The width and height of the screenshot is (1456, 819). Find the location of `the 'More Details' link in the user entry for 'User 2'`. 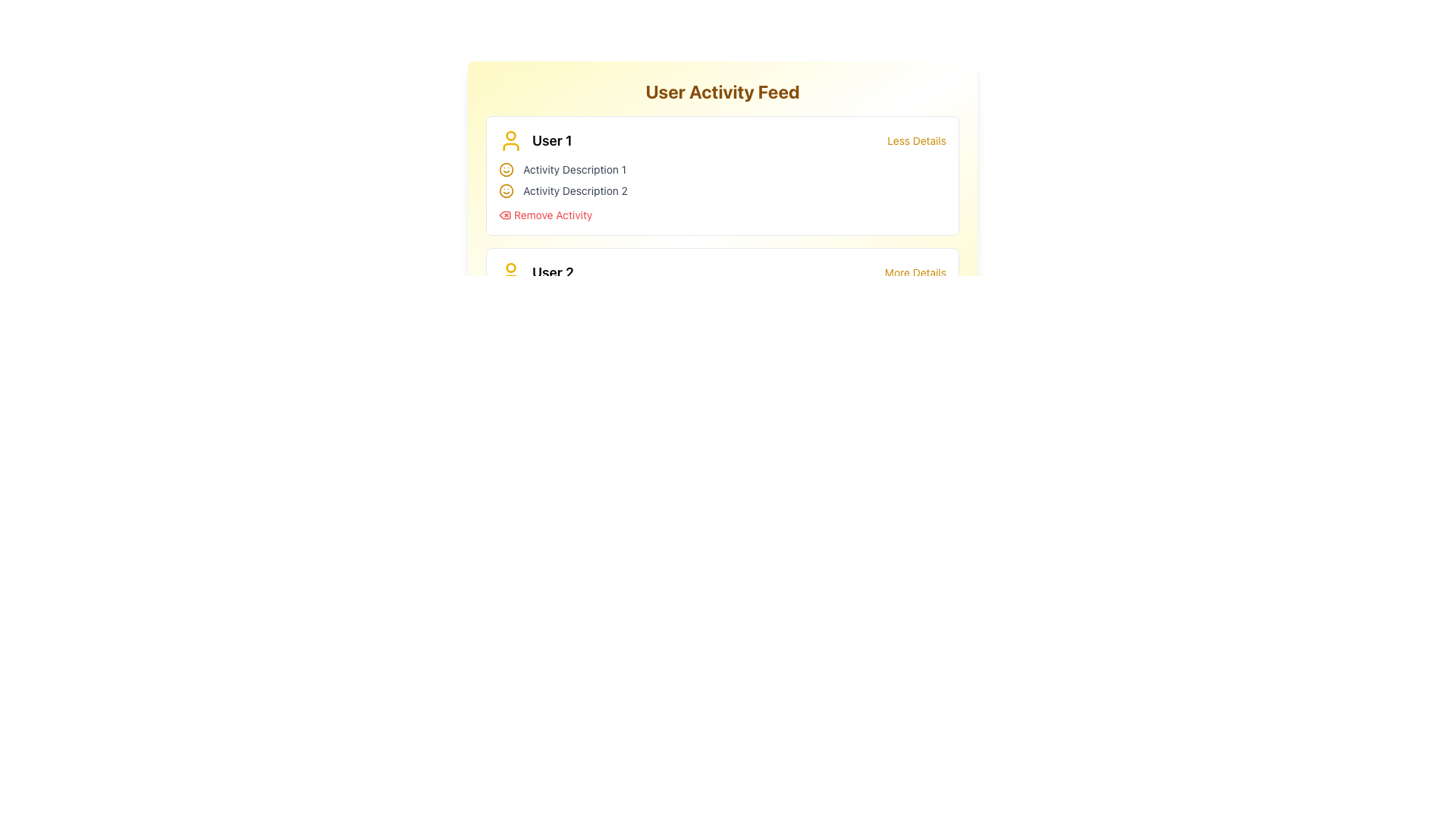

the 'More Details' link in the user entry for 'User 2' is located at coordinates (722, 271).